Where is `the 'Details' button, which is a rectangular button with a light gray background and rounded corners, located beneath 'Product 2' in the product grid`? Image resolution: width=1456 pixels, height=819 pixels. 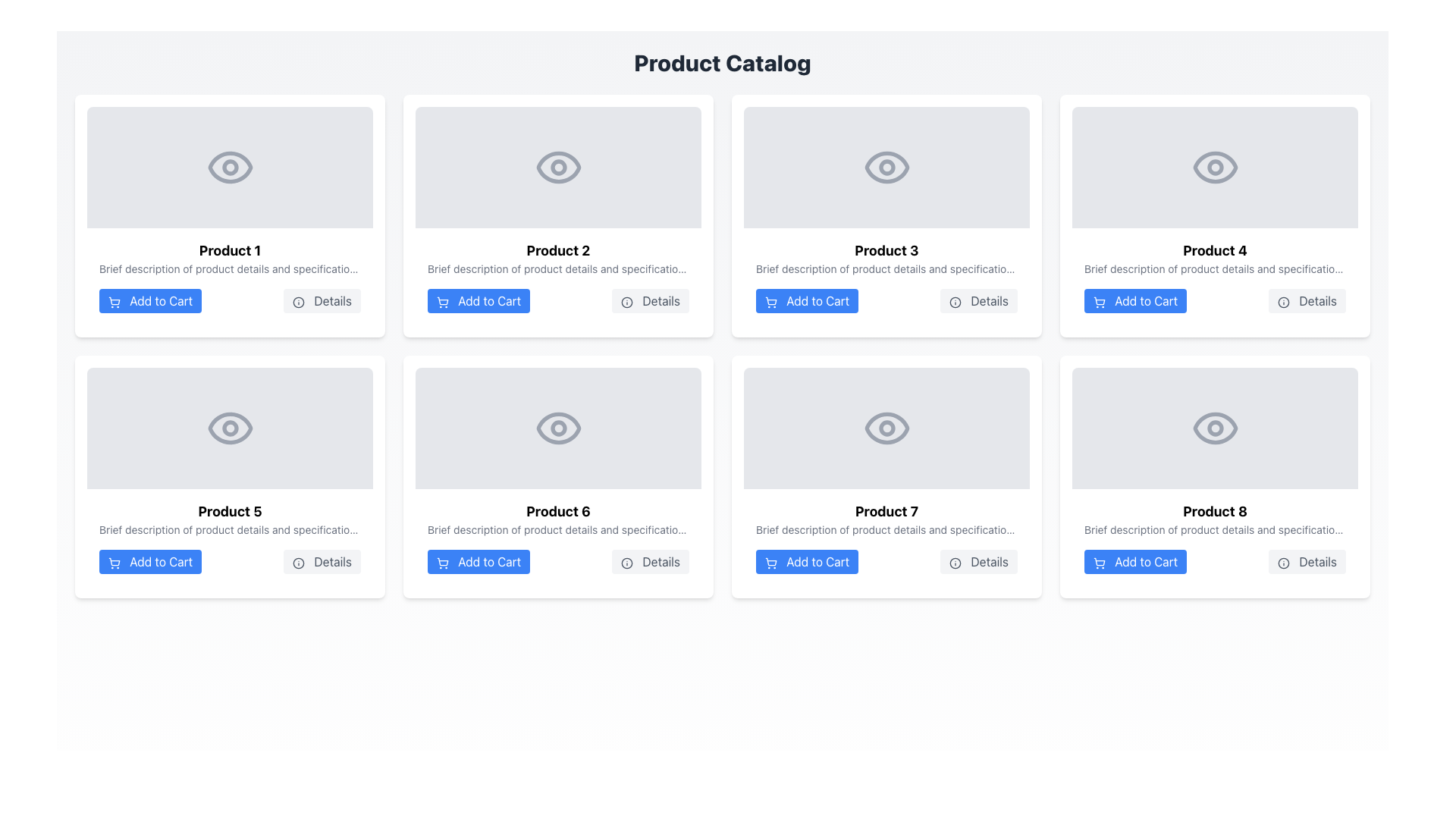
the 'Details' button, which is a rectangular button with a light gray background and rounded corners, located beneath 'Product 2' in the product grid is located at coordinates (651, 301).